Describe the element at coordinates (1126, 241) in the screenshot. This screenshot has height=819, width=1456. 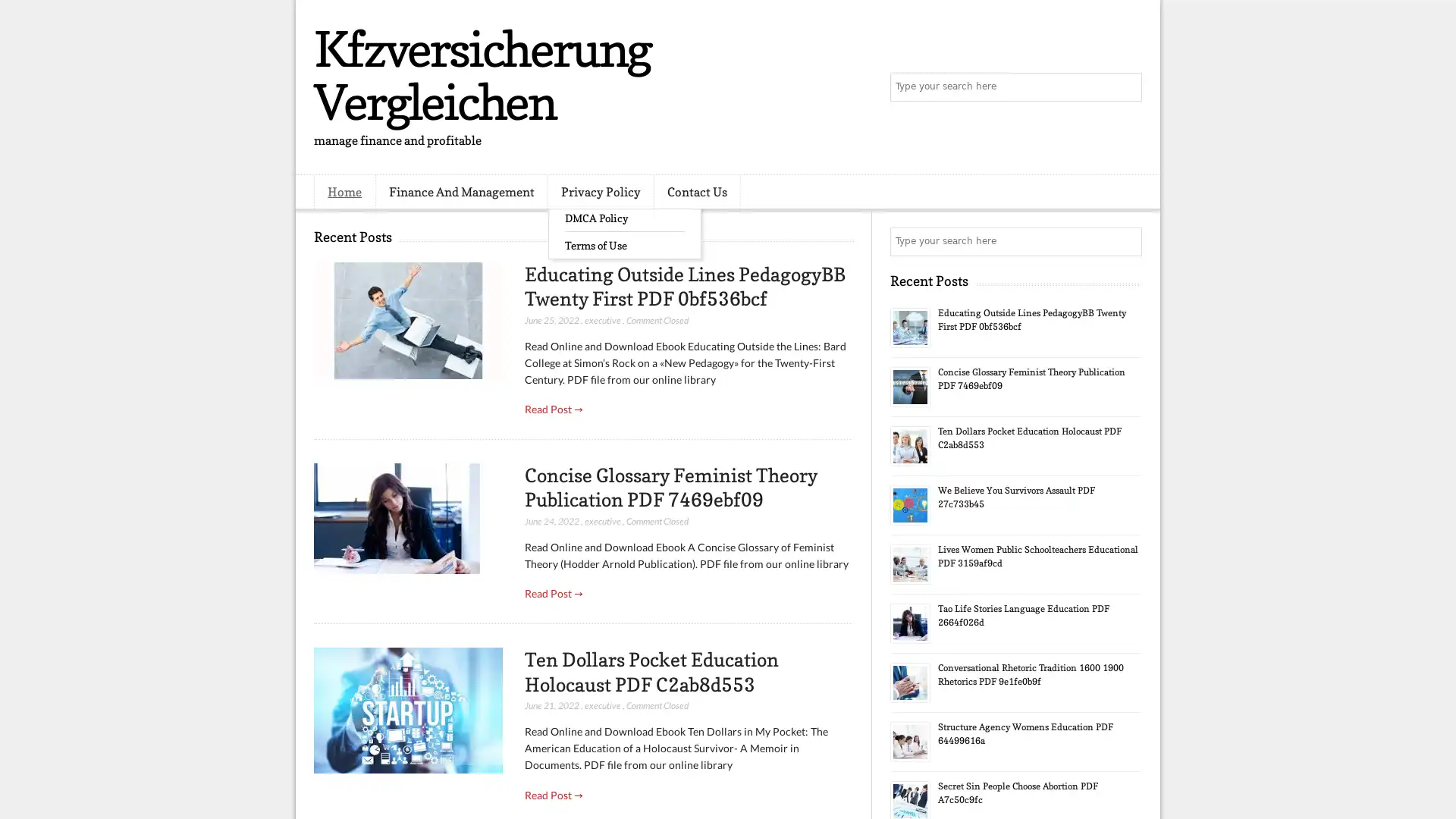
I see `Search` at that location.